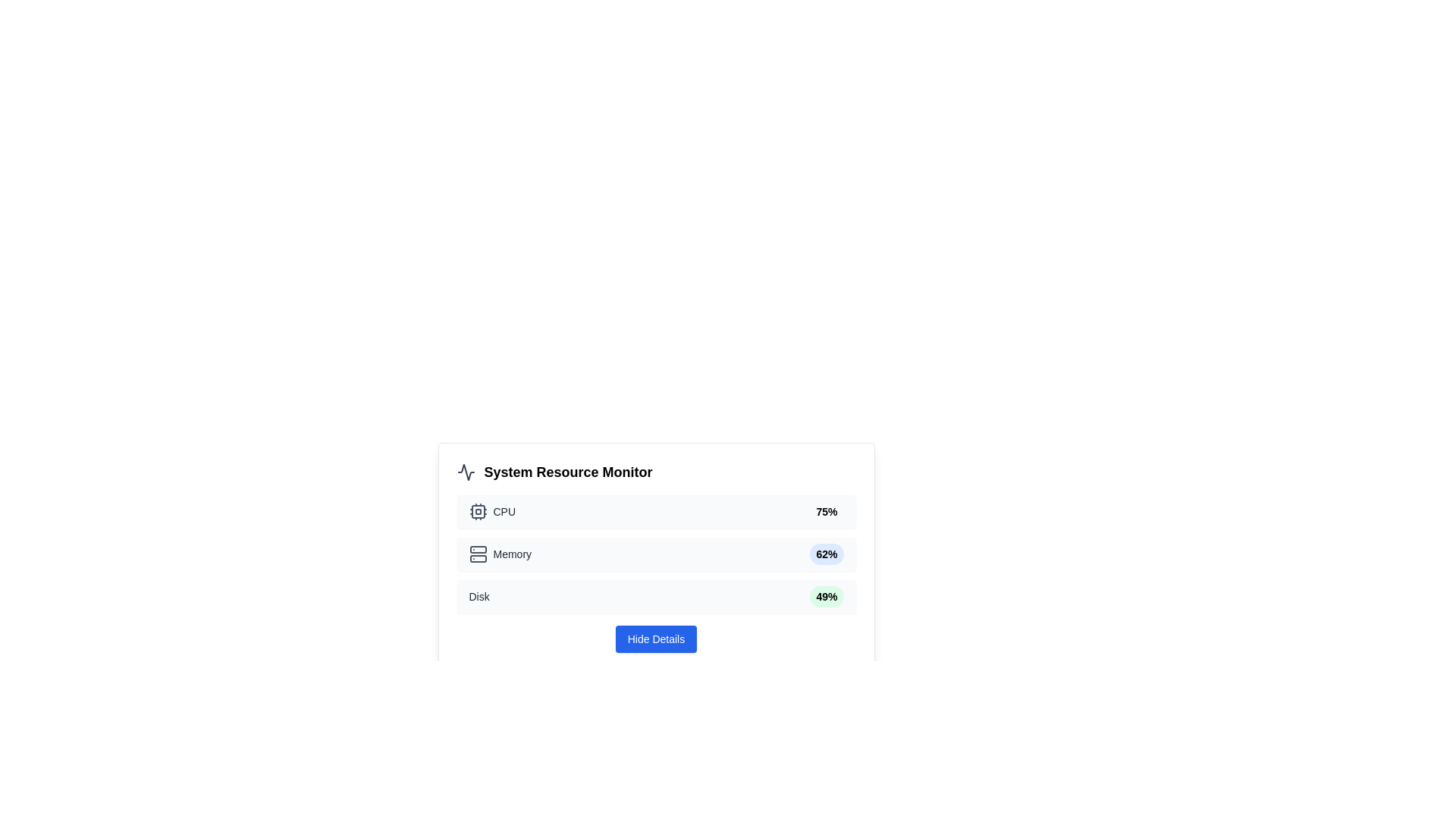 This screenshot has width=1456, height=819. What do you see at coordinates (477, 512) in the screenshot?
I see `the CPU resource category icon, which is the first visual element to the left of the text 'CPU'` at bounding box center [477, 512].